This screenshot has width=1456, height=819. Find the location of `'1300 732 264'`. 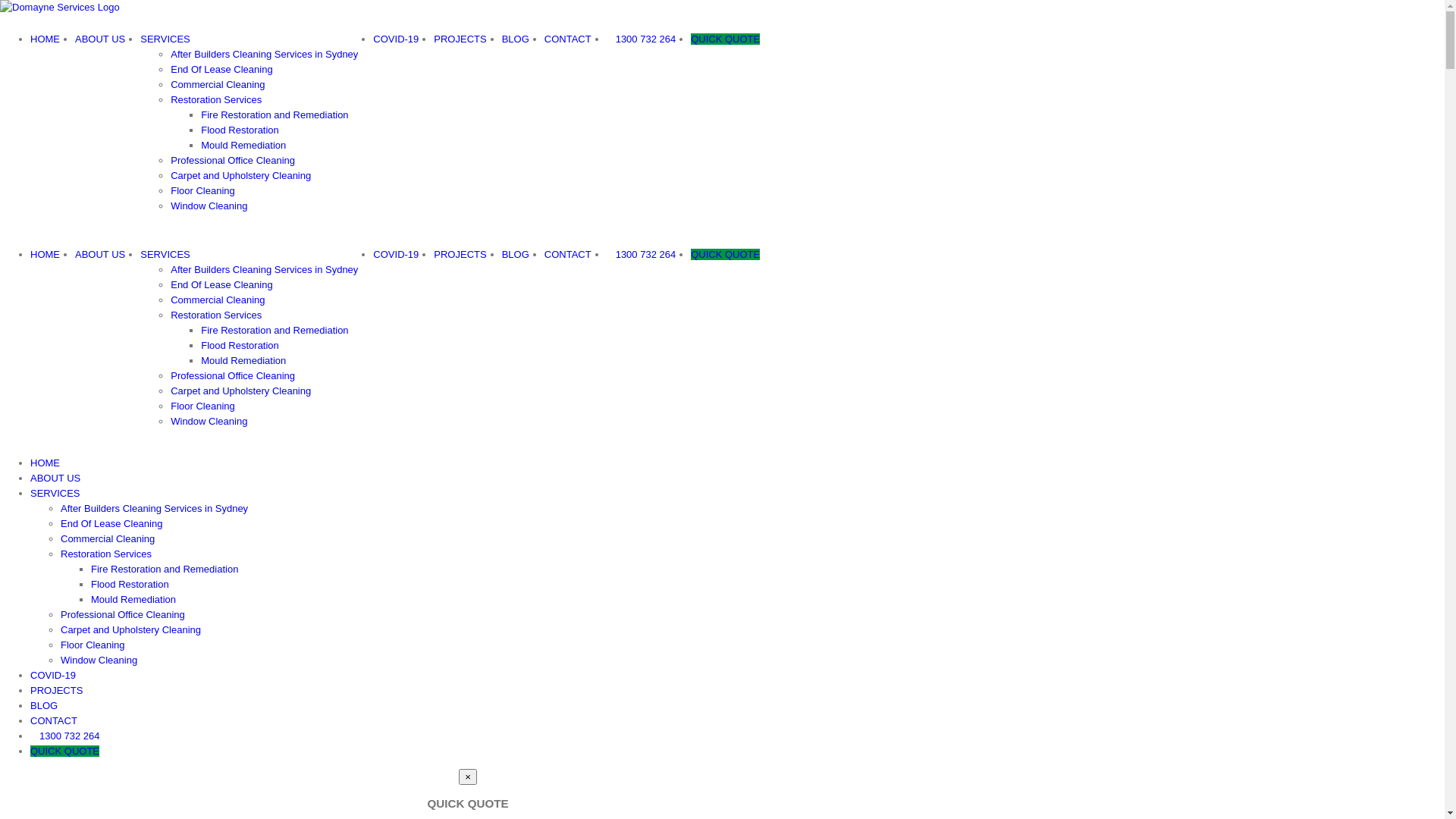

'1300 732 264' is located at coordinates (641, 38).